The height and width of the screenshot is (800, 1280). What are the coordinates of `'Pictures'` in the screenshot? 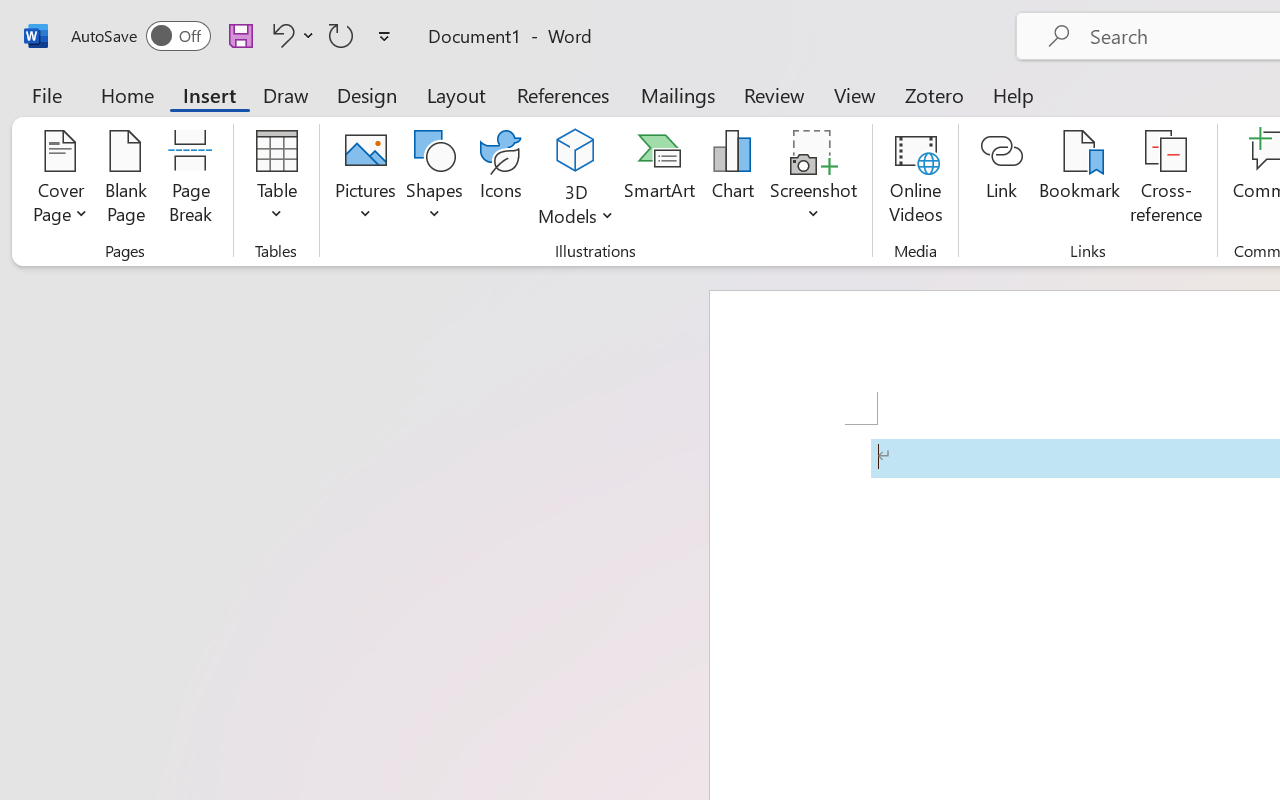 It's located at (365, 179).